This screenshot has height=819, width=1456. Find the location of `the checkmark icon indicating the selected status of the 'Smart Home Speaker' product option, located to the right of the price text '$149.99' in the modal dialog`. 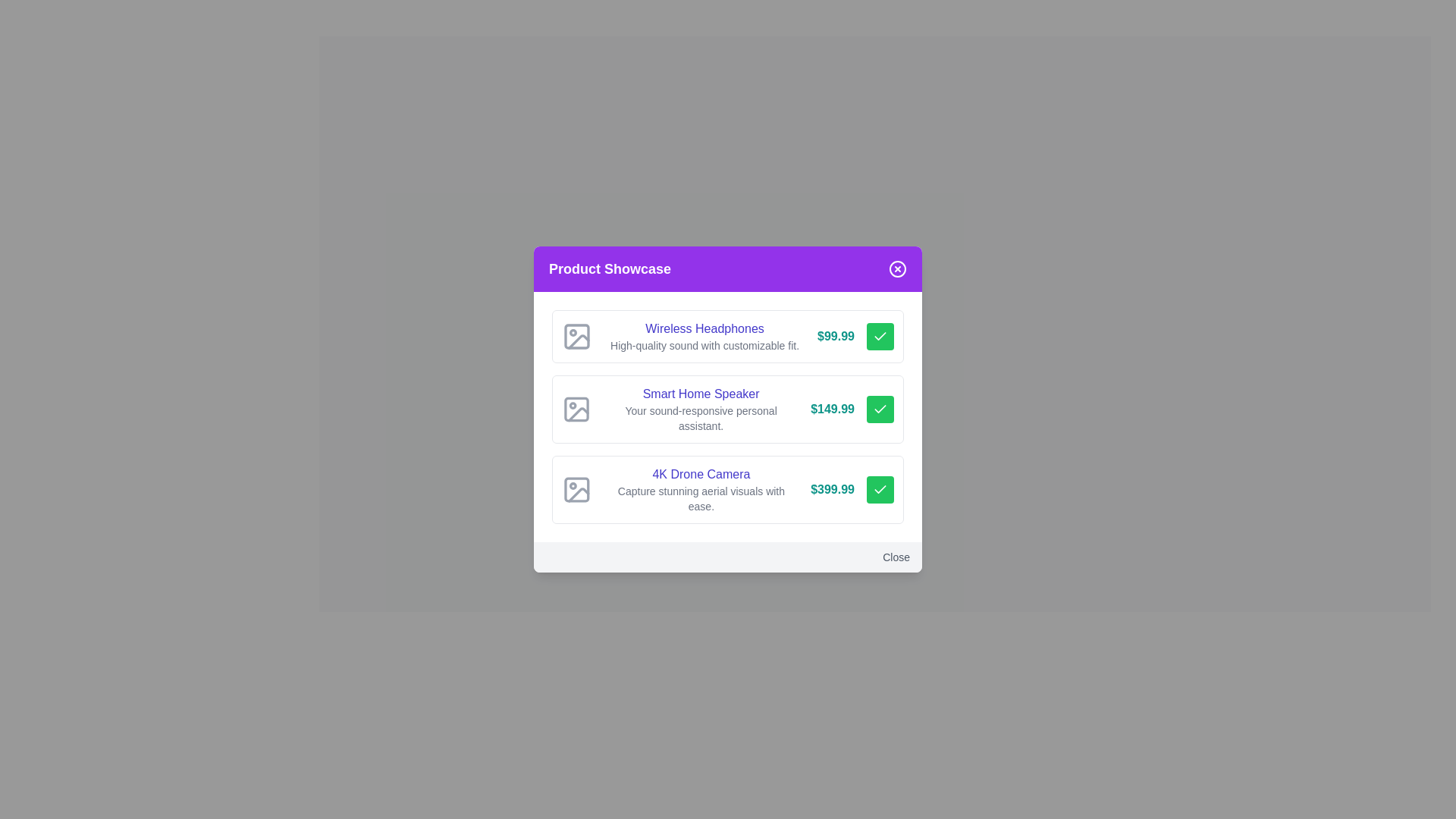

the checkmark icon indicating the selected status of the 'Smart Home Speaker' product option, located to the right of the price text '$149.99' in the modal dialog is located at coordinates (880, 408).